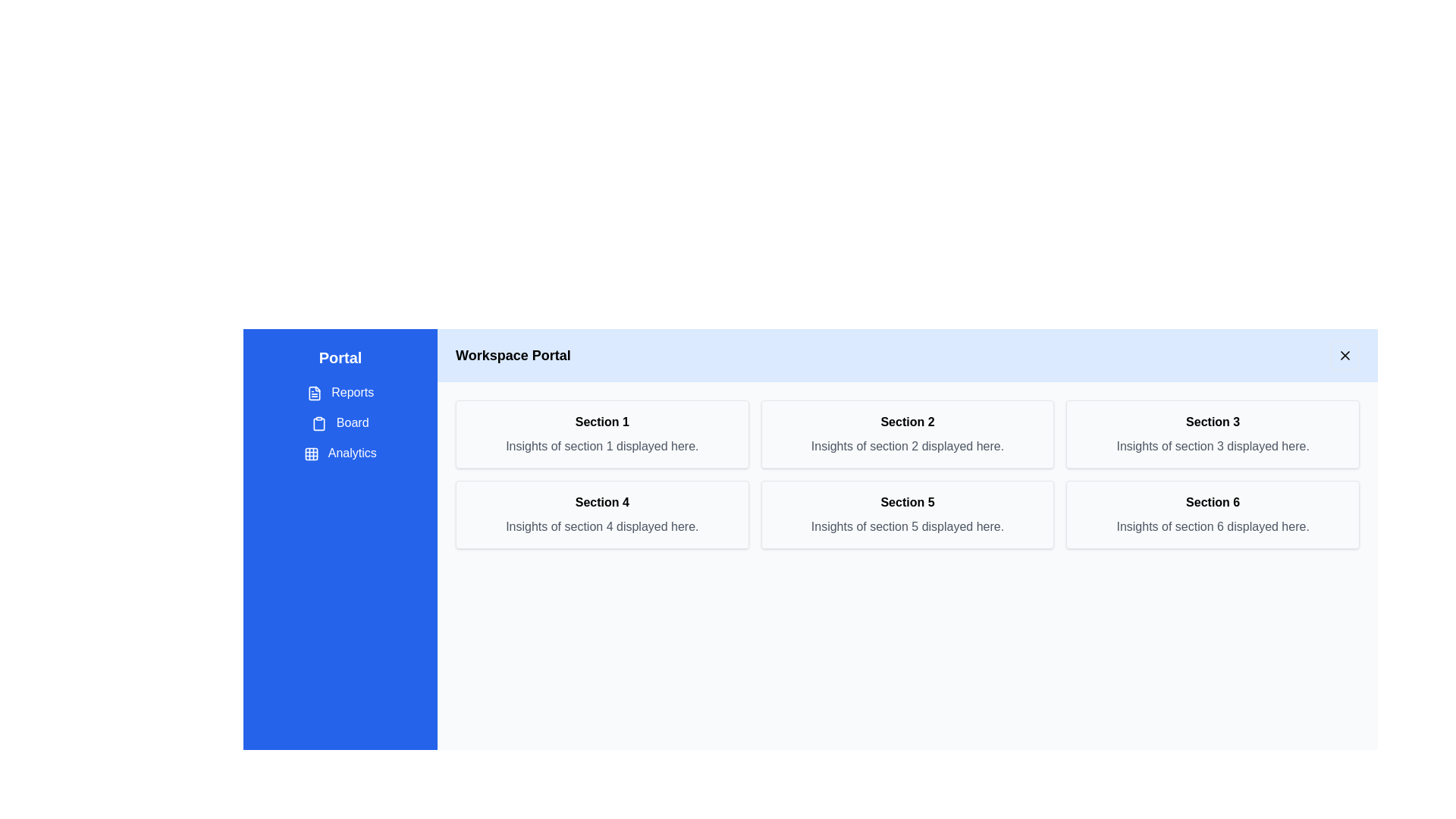 This screenshot has width=1456, height=819. Describe the element at coordinates (1345, 356) in the screenshot. I see `the close button located in the top-right corner of the 'Workspace Portal' panel` at that location.